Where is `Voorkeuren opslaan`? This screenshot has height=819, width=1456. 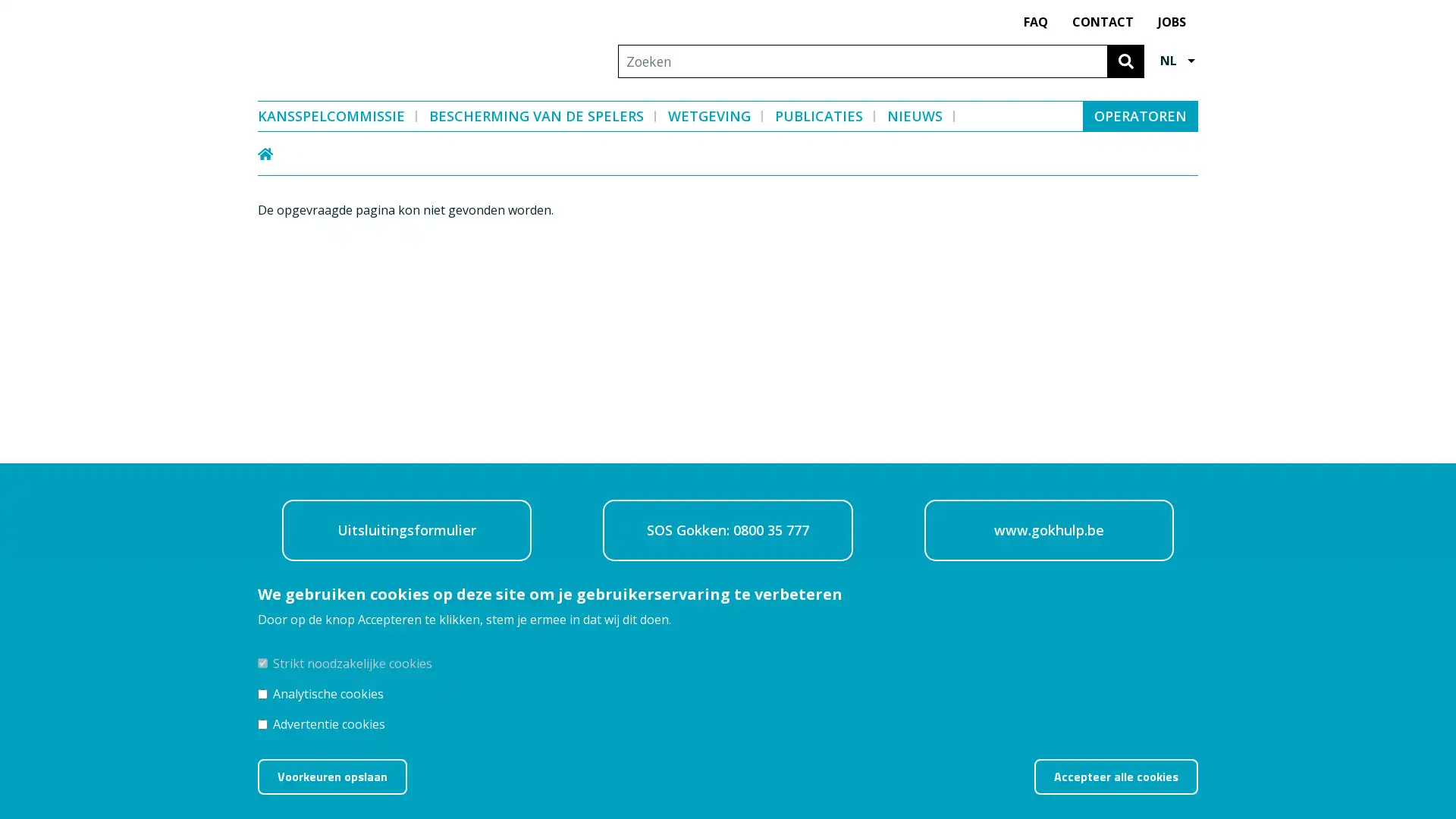
Voorkeuren opslaan is located at coordinates (331, 776).